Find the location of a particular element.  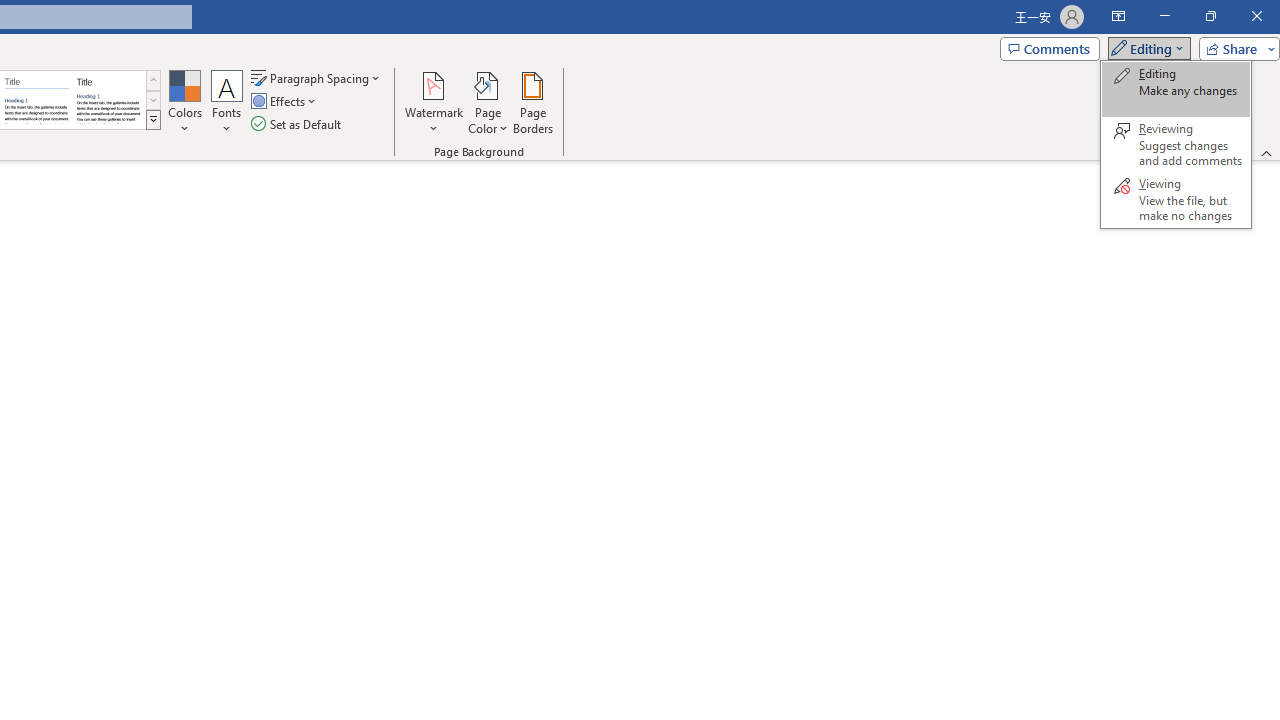

'Fonts' is located at coordinates (227, 103).